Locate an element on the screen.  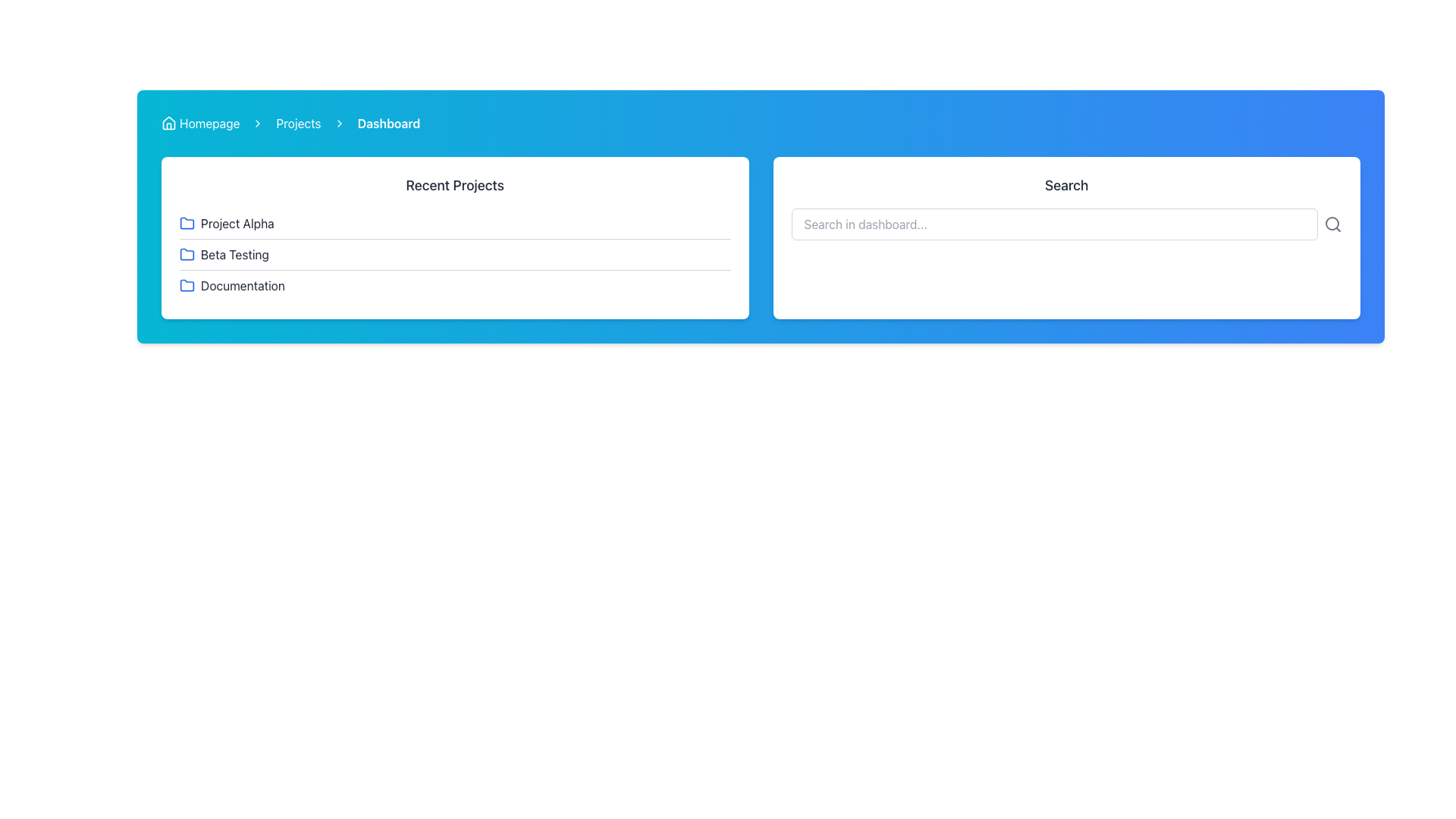
the breadcrumb navigation text that indicates the current page, which is the last item in the sequence after 'Homepage' and 'Projects' is located at coordinates (389, 122).